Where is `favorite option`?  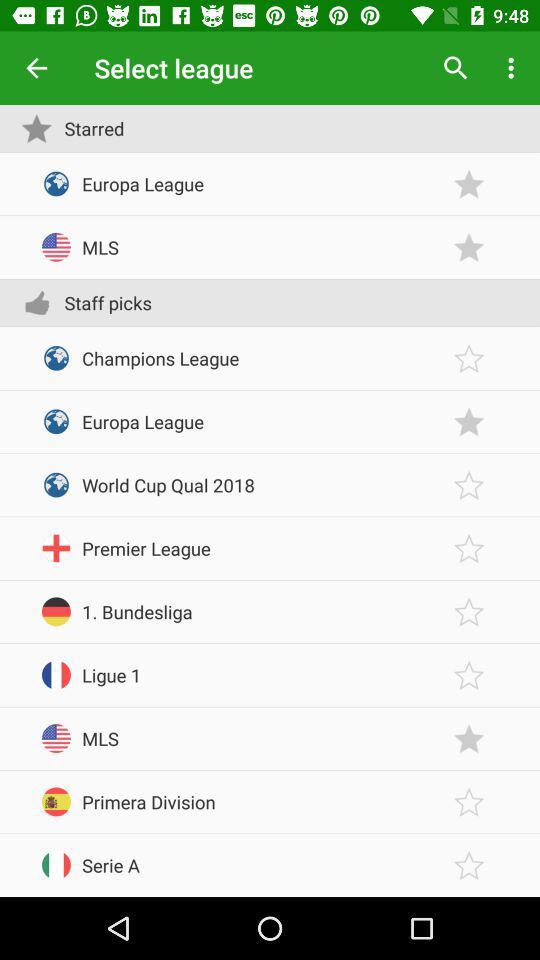
favorite option is located at coordinates (469, 358).